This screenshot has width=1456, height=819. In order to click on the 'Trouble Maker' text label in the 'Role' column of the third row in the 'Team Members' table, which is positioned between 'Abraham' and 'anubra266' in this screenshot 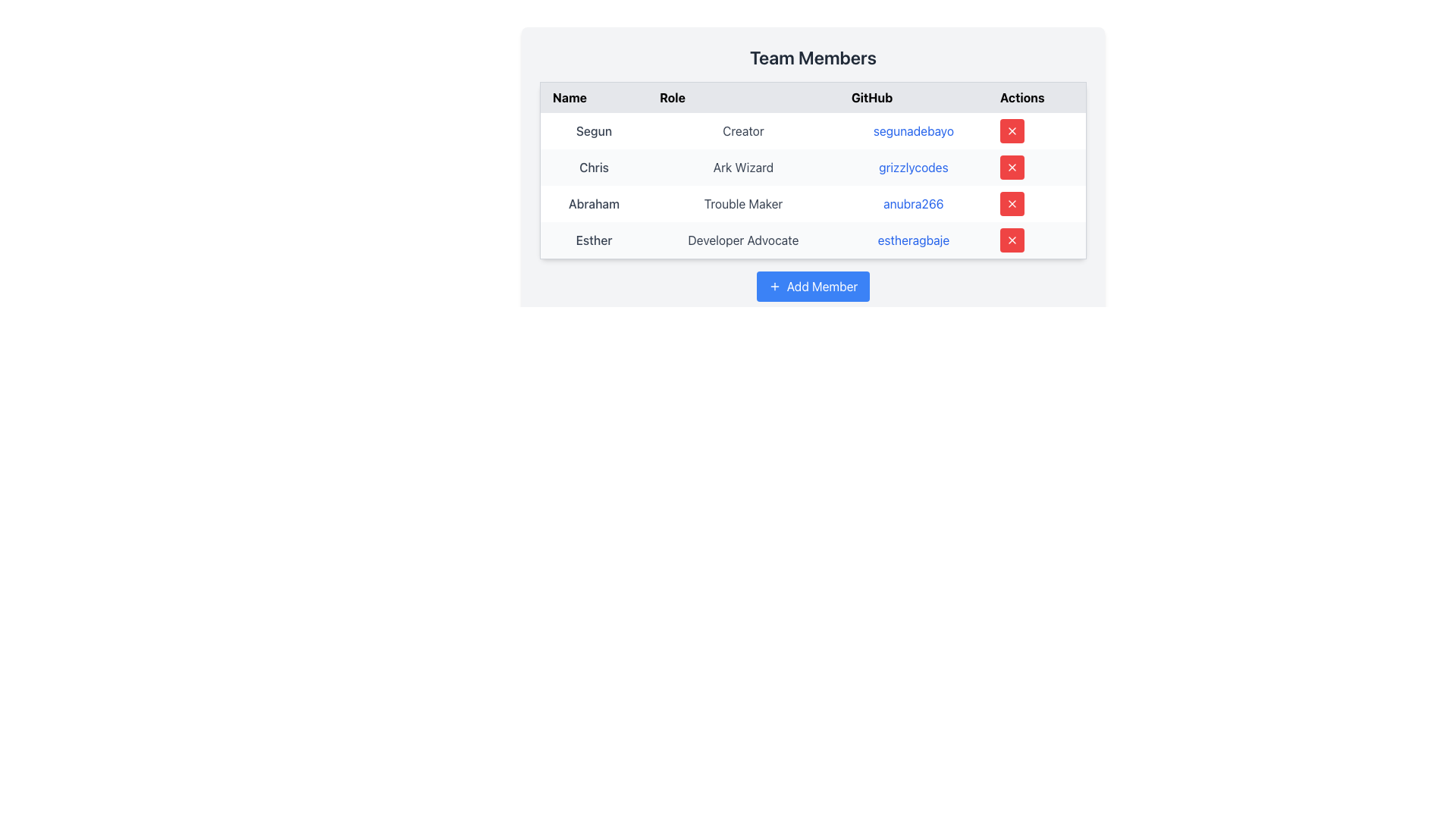, I will do `click(743, 203)`.